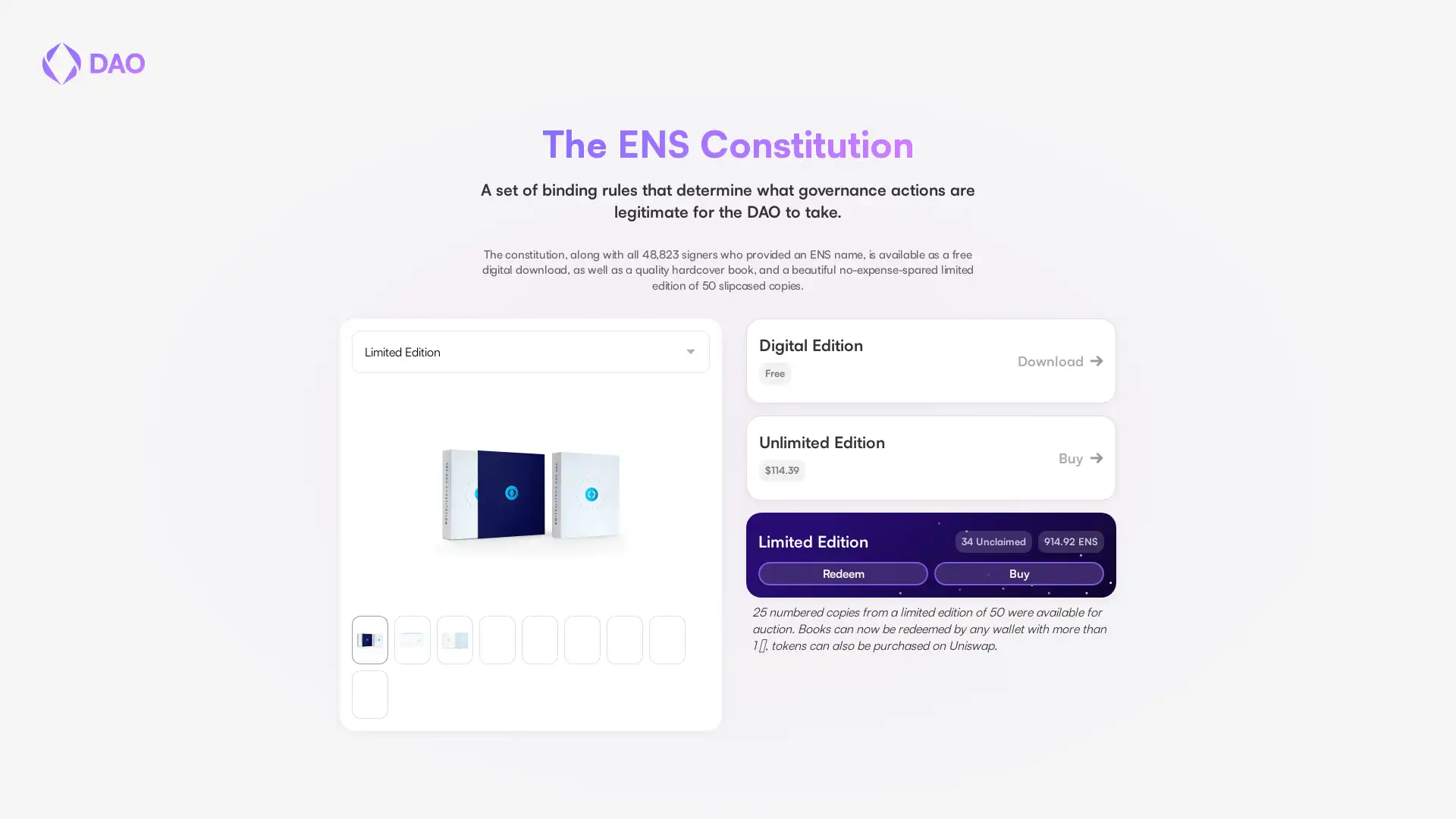 The height and width of the screenshot is (819, 1456). What do you see at coordinates (667, 639) in the screenshot?
I see `Limited edition page example 6` at bounding box center [667, 639].